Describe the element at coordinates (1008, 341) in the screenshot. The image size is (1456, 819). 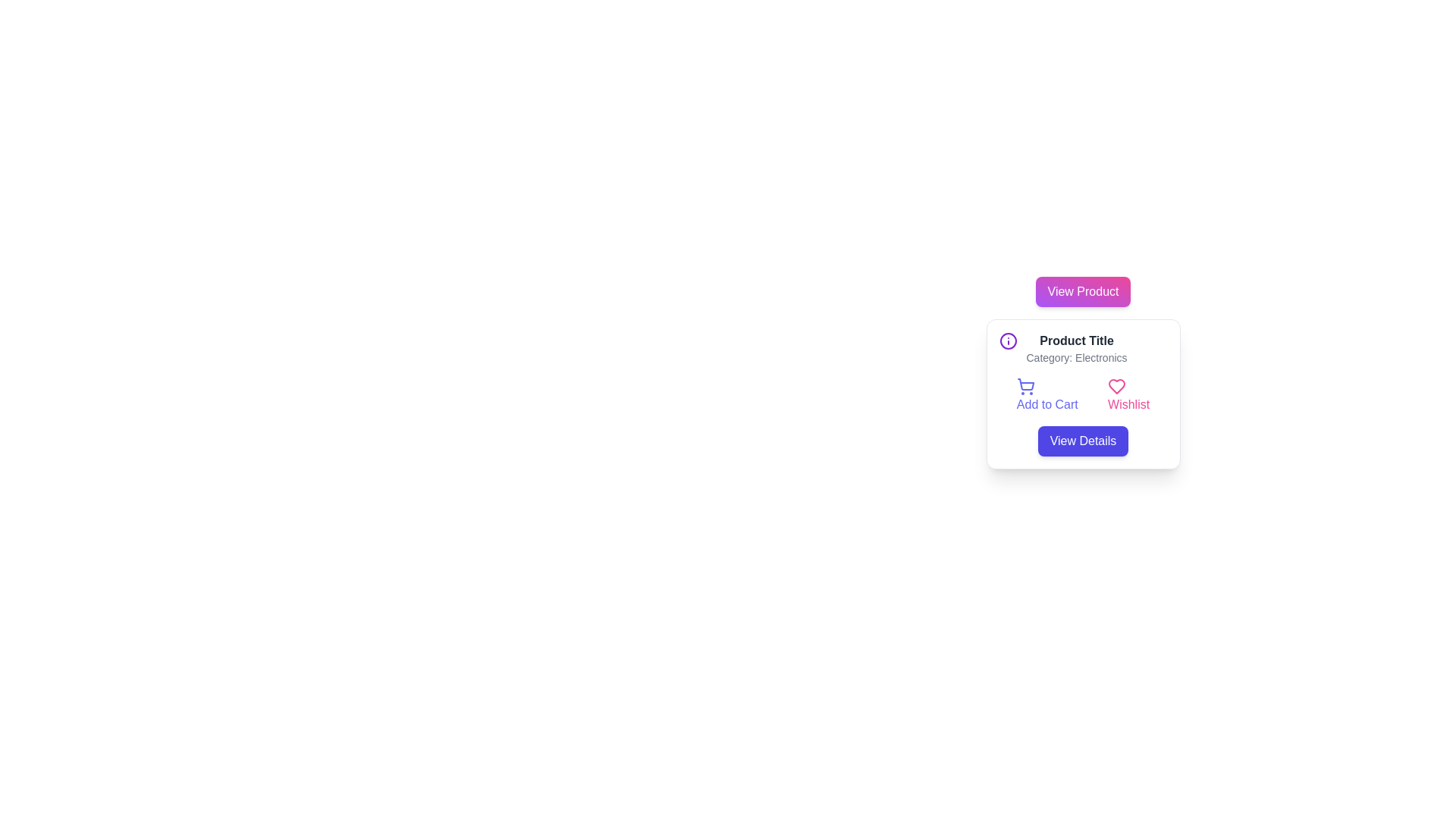
I see `the purple info icon, which is a circular graphic with a purple outline` at that location.